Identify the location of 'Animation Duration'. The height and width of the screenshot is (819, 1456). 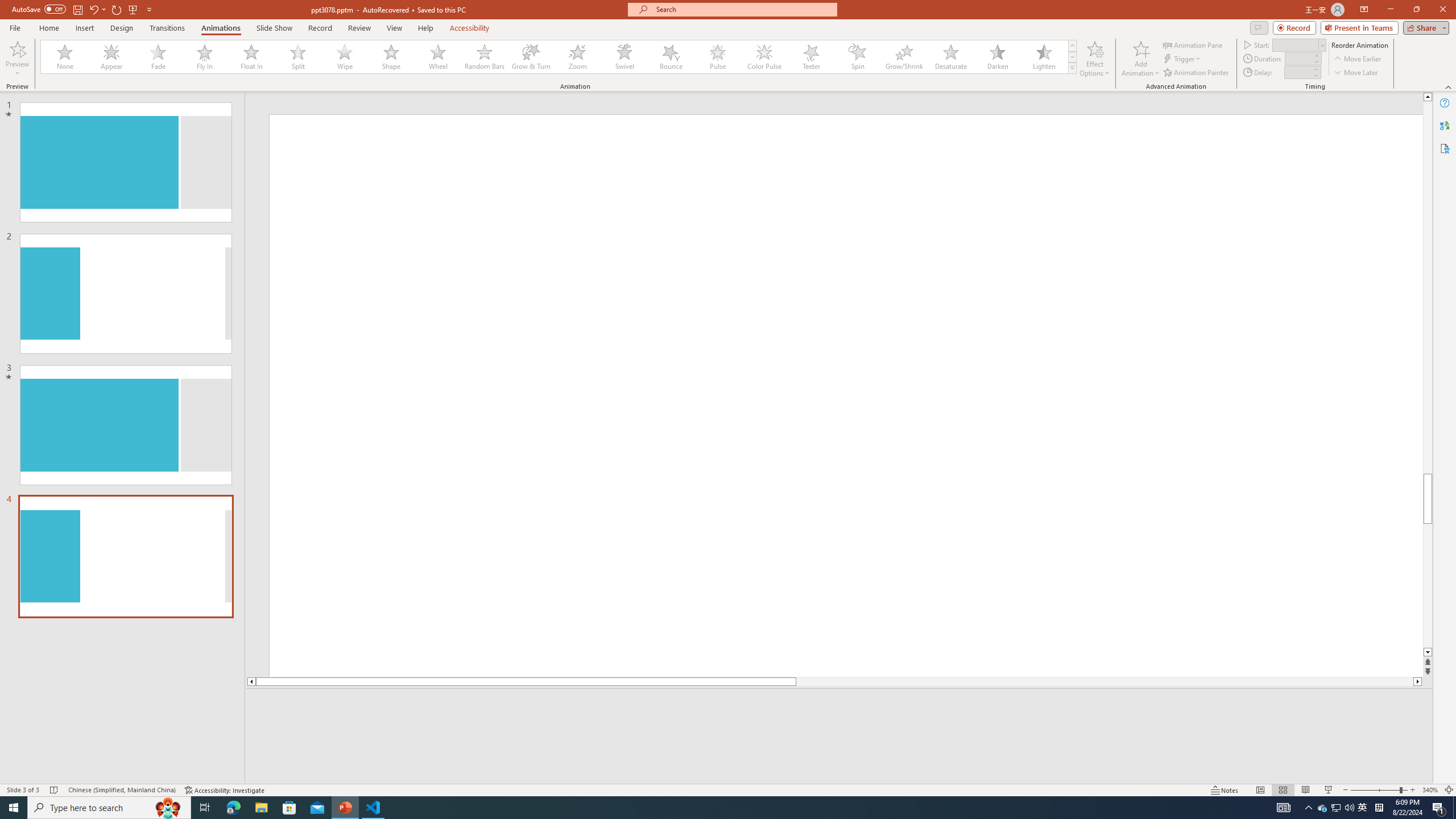
(1298, 58).